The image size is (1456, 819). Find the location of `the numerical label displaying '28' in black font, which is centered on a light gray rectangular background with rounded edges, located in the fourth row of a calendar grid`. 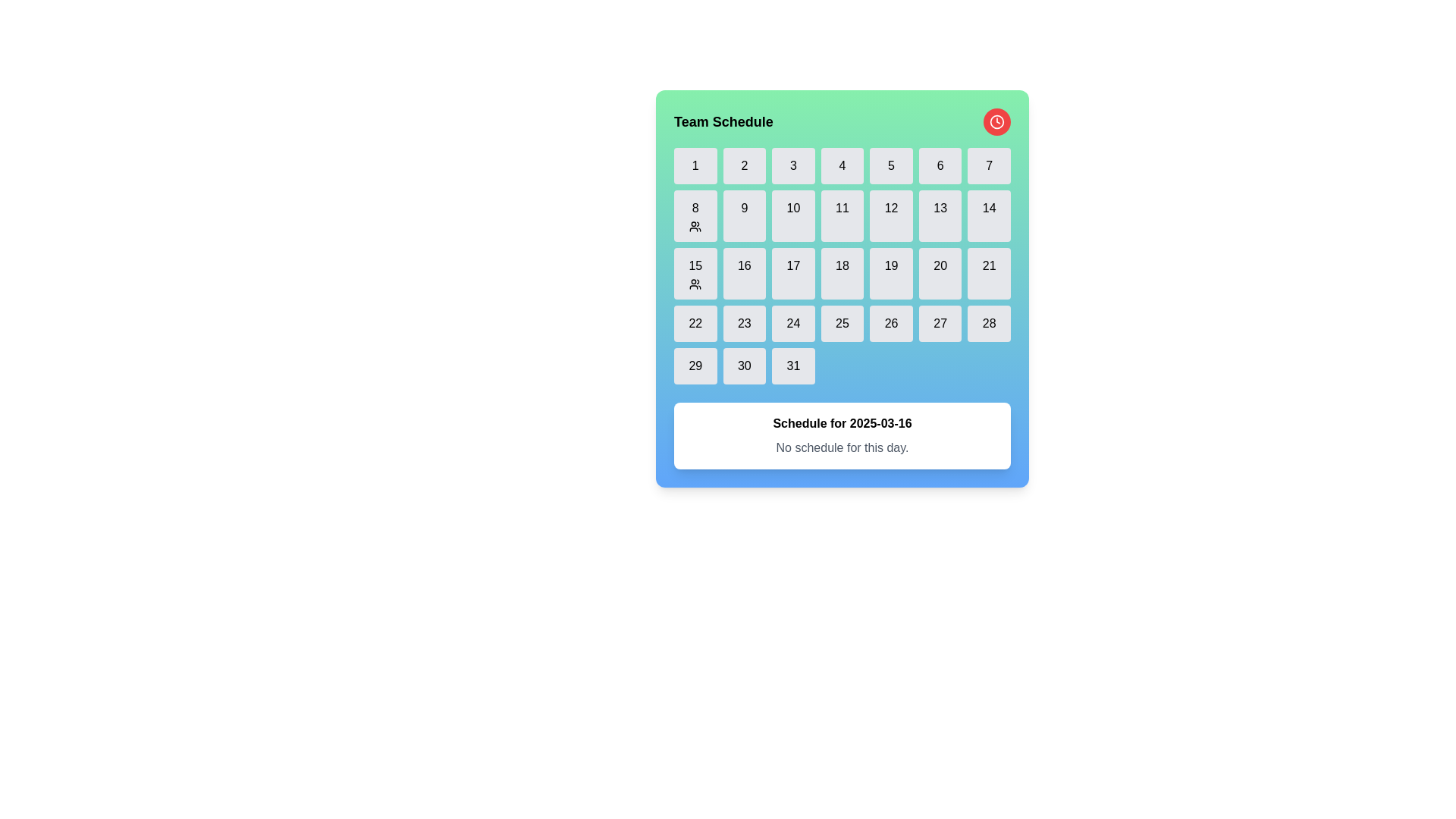

the numerical label displaying '28' in black font, which is centered on a light gray rectangular background with rounded edges, located in the fourth row of a calendar grid is located at coordinates (989, 323).